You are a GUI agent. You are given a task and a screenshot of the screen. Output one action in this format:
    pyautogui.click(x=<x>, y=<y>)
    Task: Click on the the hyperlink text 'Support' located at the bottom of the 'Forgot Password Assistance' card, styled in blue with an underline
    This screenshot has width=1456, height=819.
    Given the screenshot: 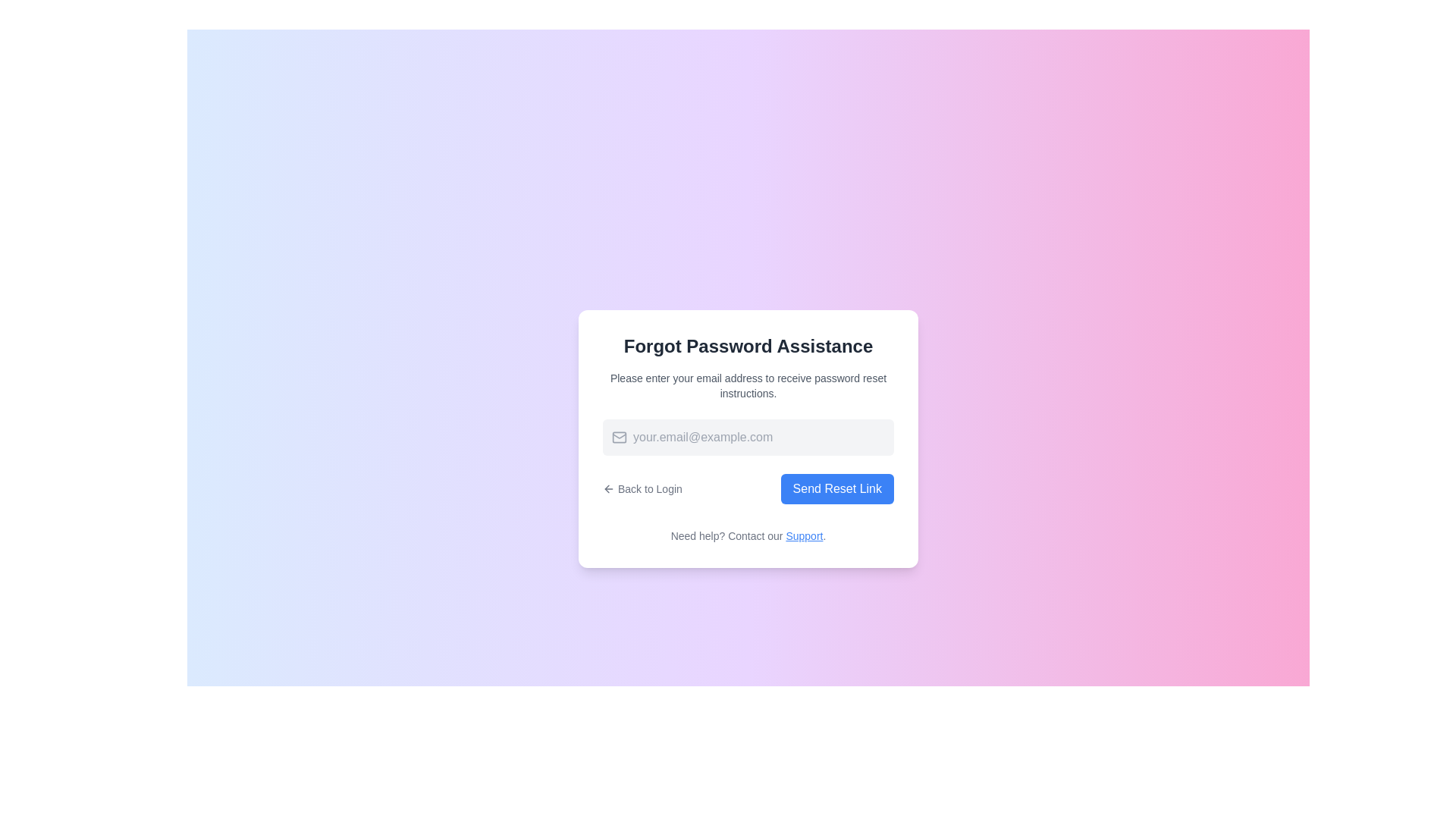 What is the action you would take?
    pyautogui.click(x=803, y=535)
    